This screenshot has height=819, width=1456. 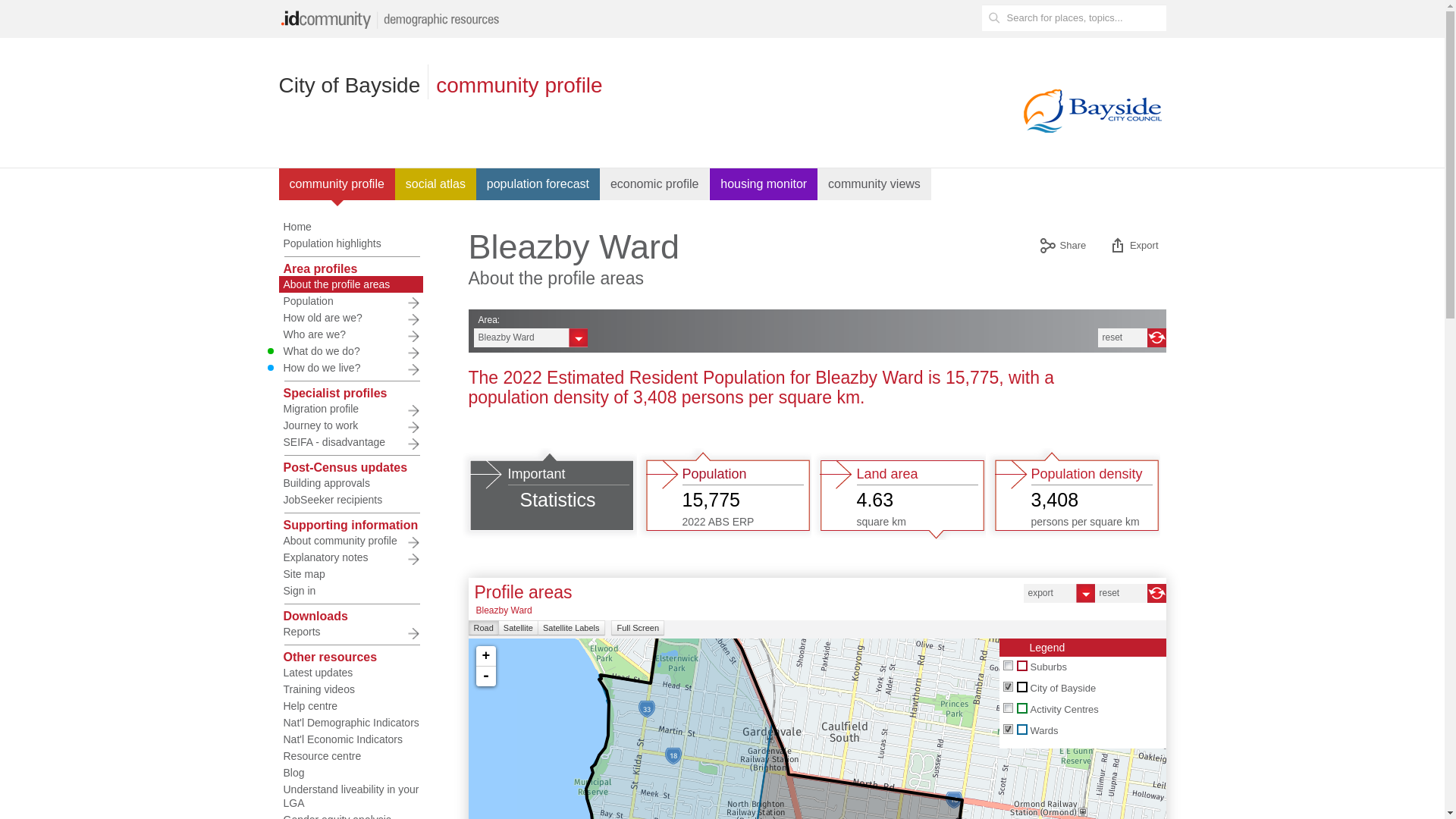 What do you see at coordinates (1062, 246) in the screenshot?
I see `'Share'` at bounding box center [1062, 246].